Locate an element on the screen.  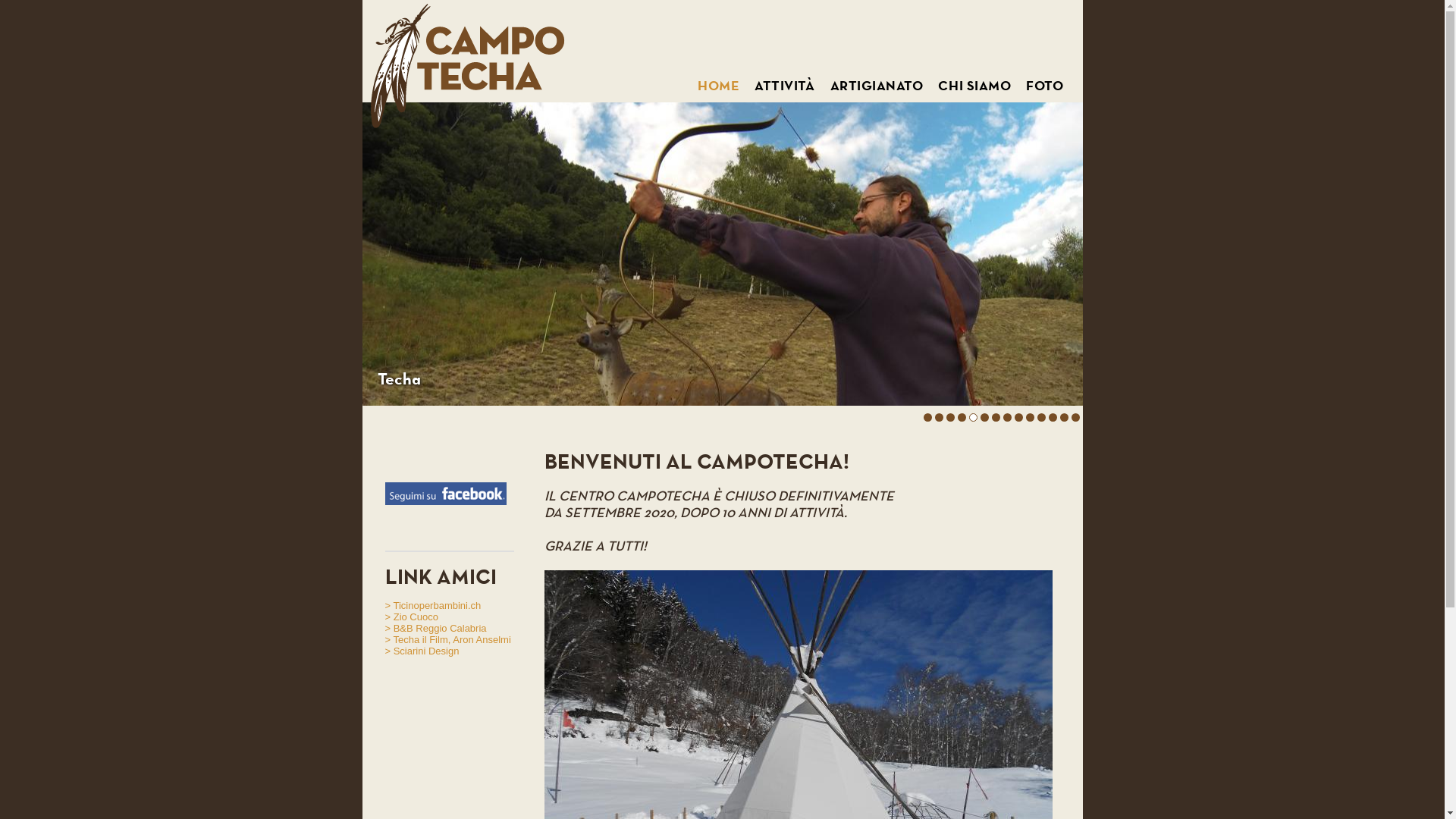
'ARTIGIANATO' is located at coordinates (876, 86).